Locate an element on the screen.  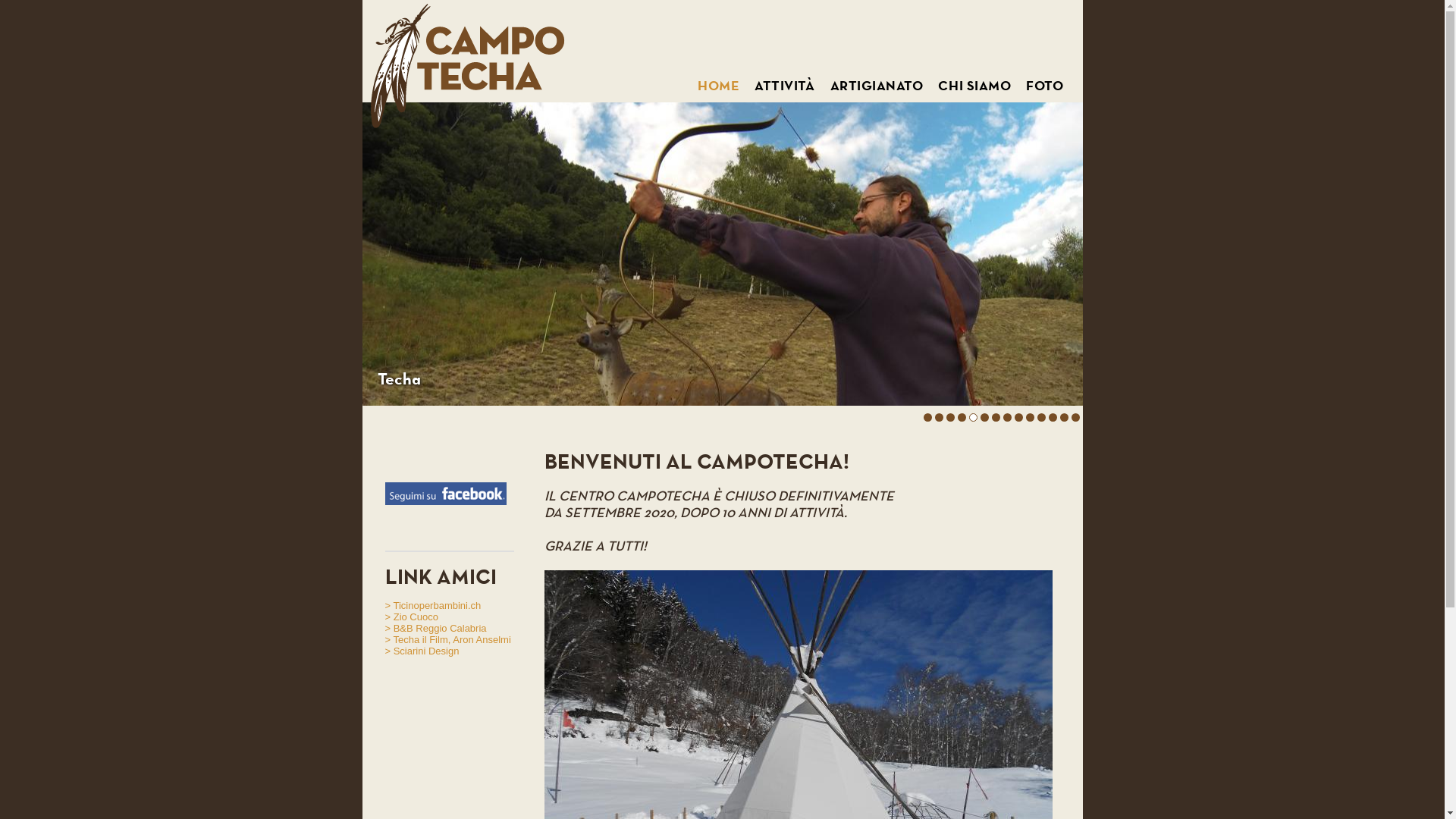
'ARTIGIANATO' is located at coordinates (876, 86).